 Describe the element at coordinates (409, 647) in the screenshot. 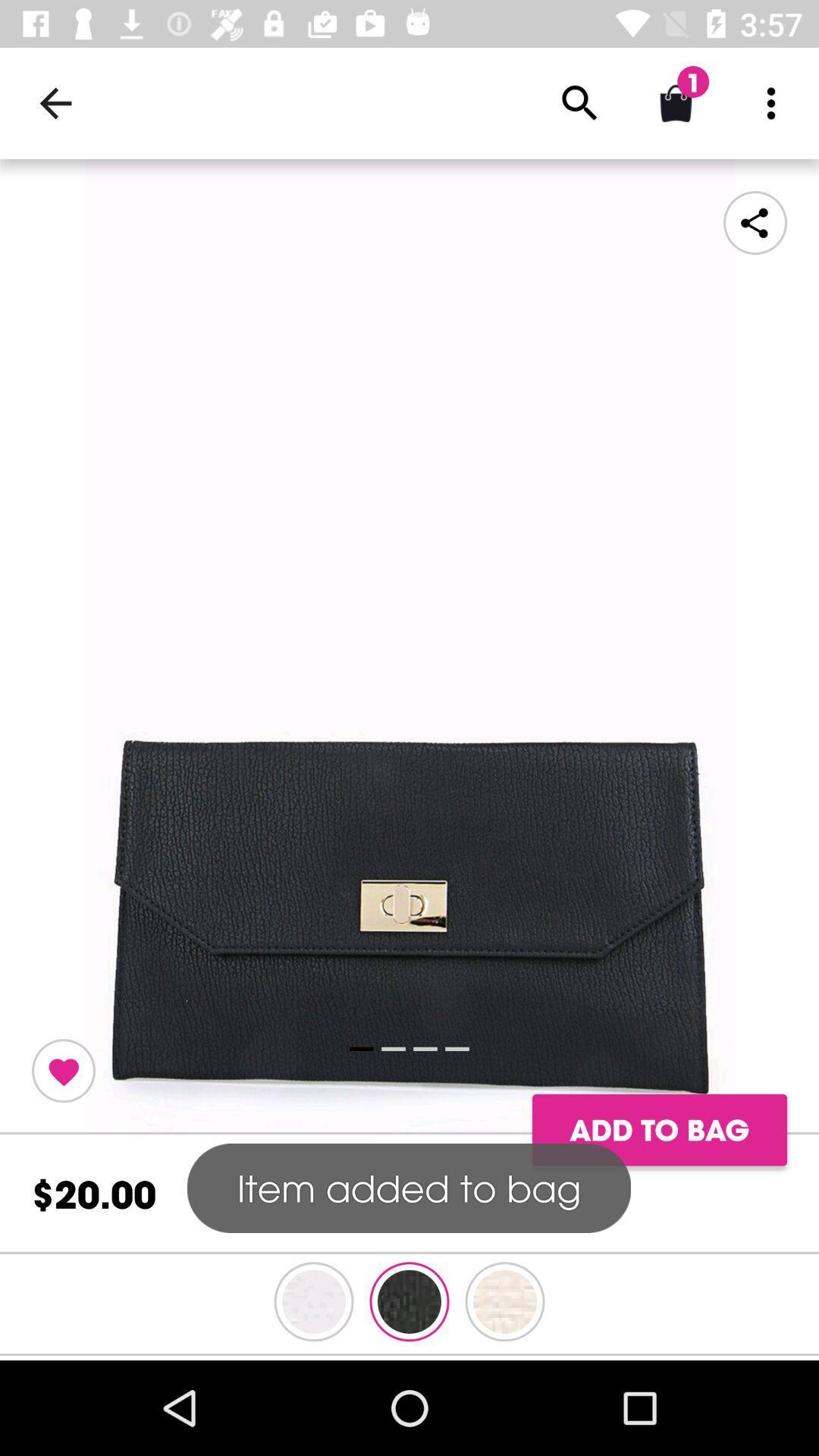

I see `screen botton` at that location.